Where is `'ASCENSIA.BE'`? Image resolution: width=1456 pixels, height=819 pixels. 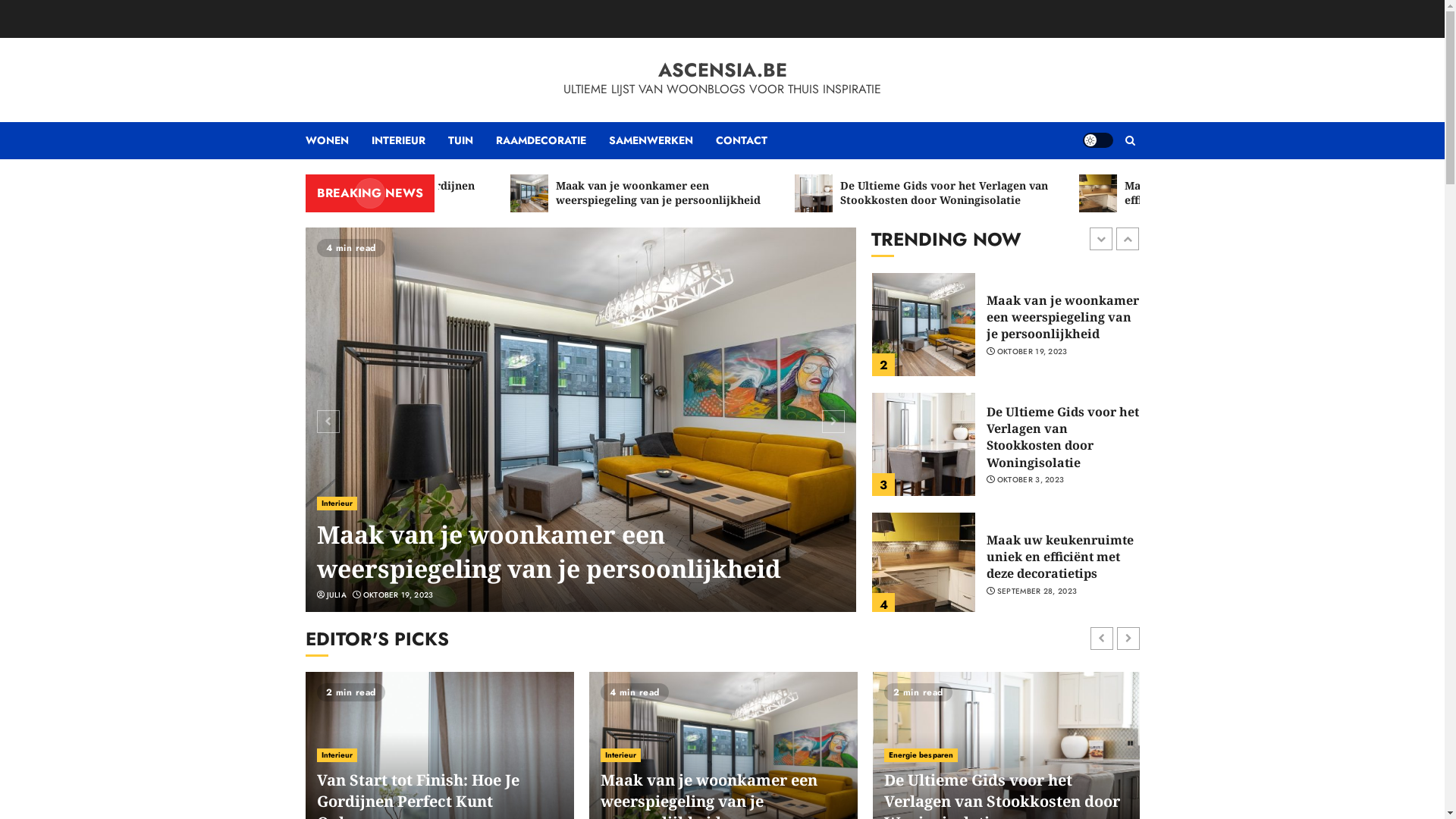 'ASCENSIA.BE' is located at coordinates (722, 70).